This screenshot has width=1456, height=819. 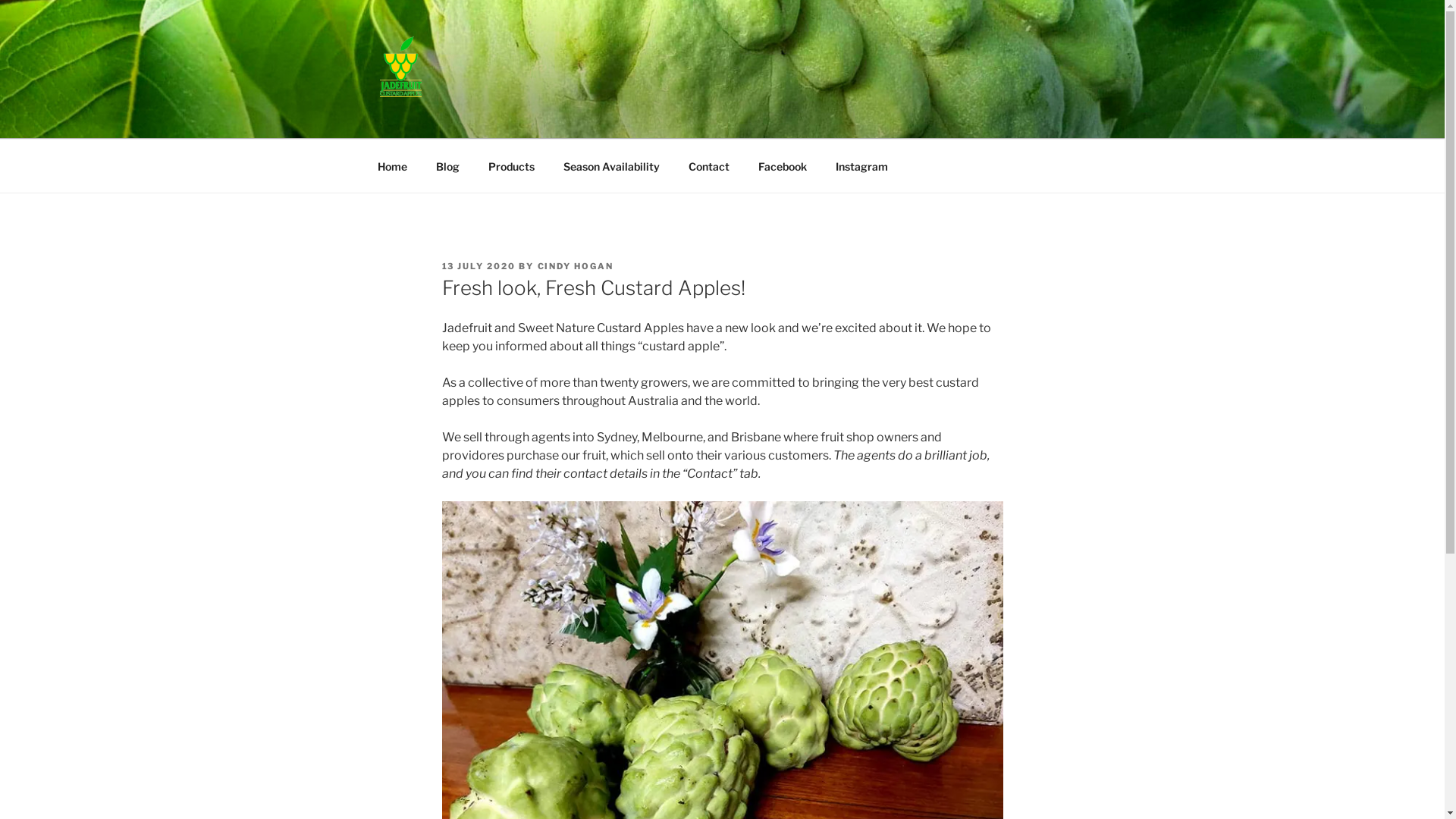 I want to click on '13 JULY 2020', so click(x=477, y=265).